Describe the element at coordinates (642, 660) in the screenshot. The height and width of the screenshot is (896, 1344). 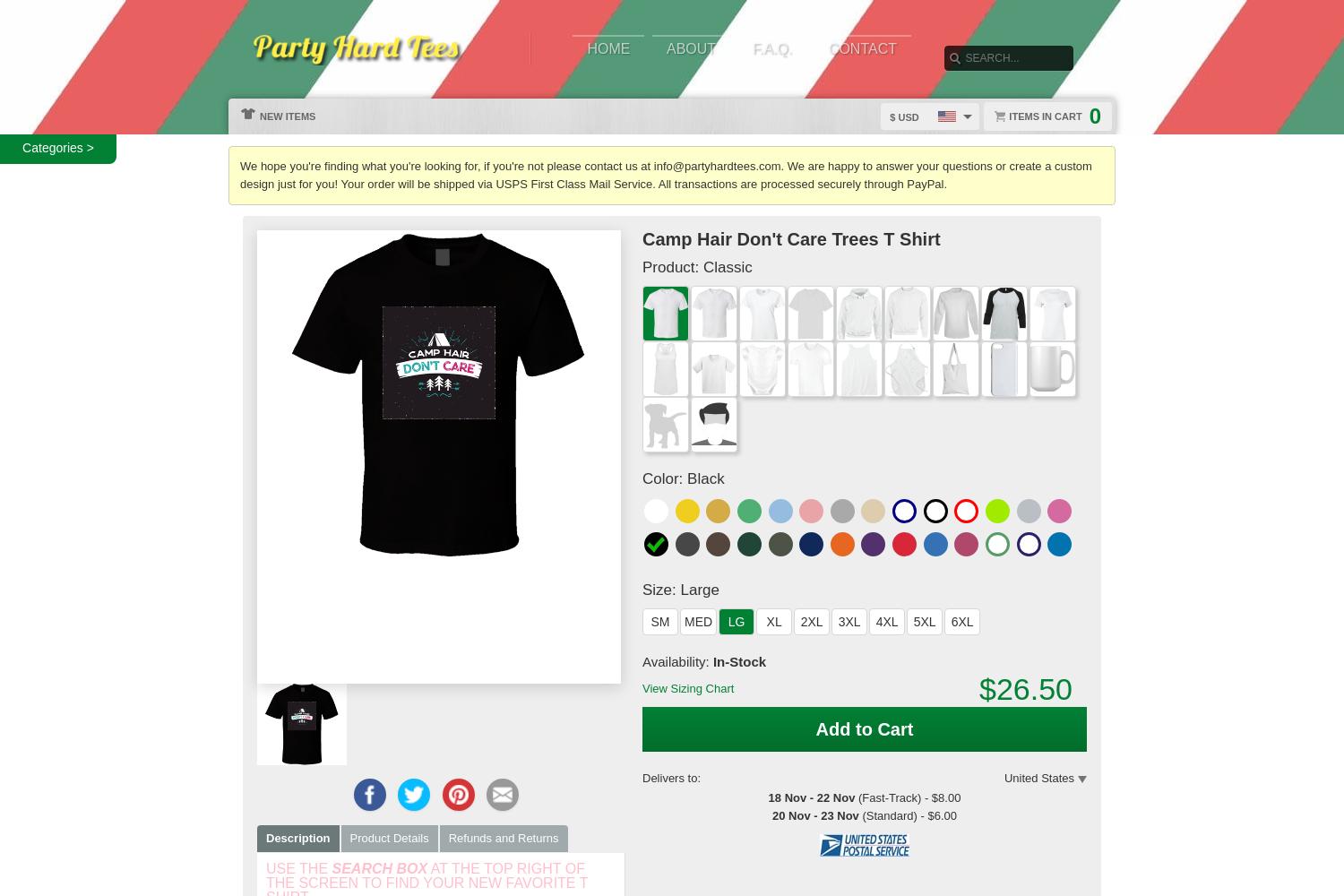
I see `'Availability:'` at that location.